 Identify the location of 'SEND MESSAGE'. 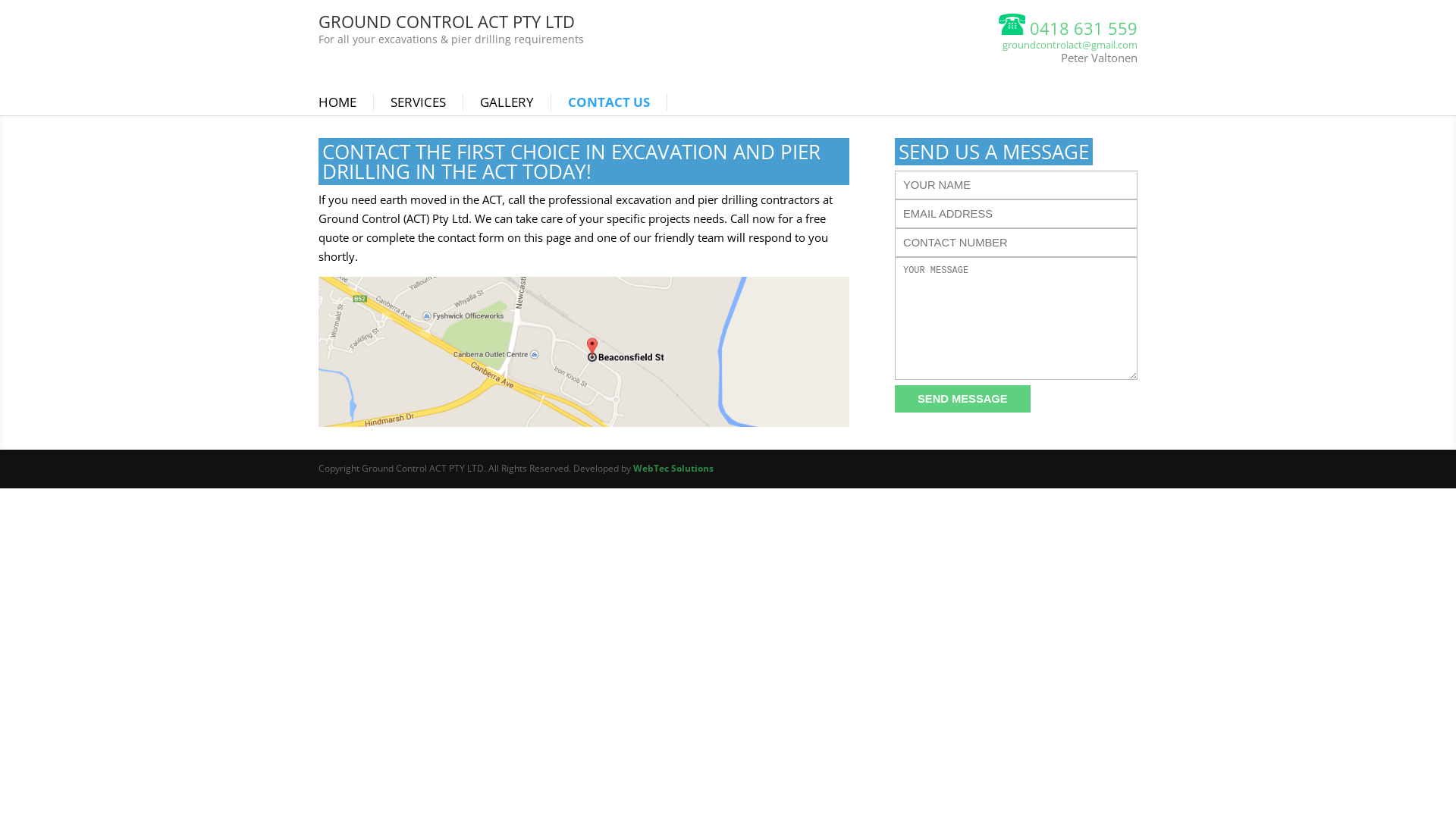
(962, 397).